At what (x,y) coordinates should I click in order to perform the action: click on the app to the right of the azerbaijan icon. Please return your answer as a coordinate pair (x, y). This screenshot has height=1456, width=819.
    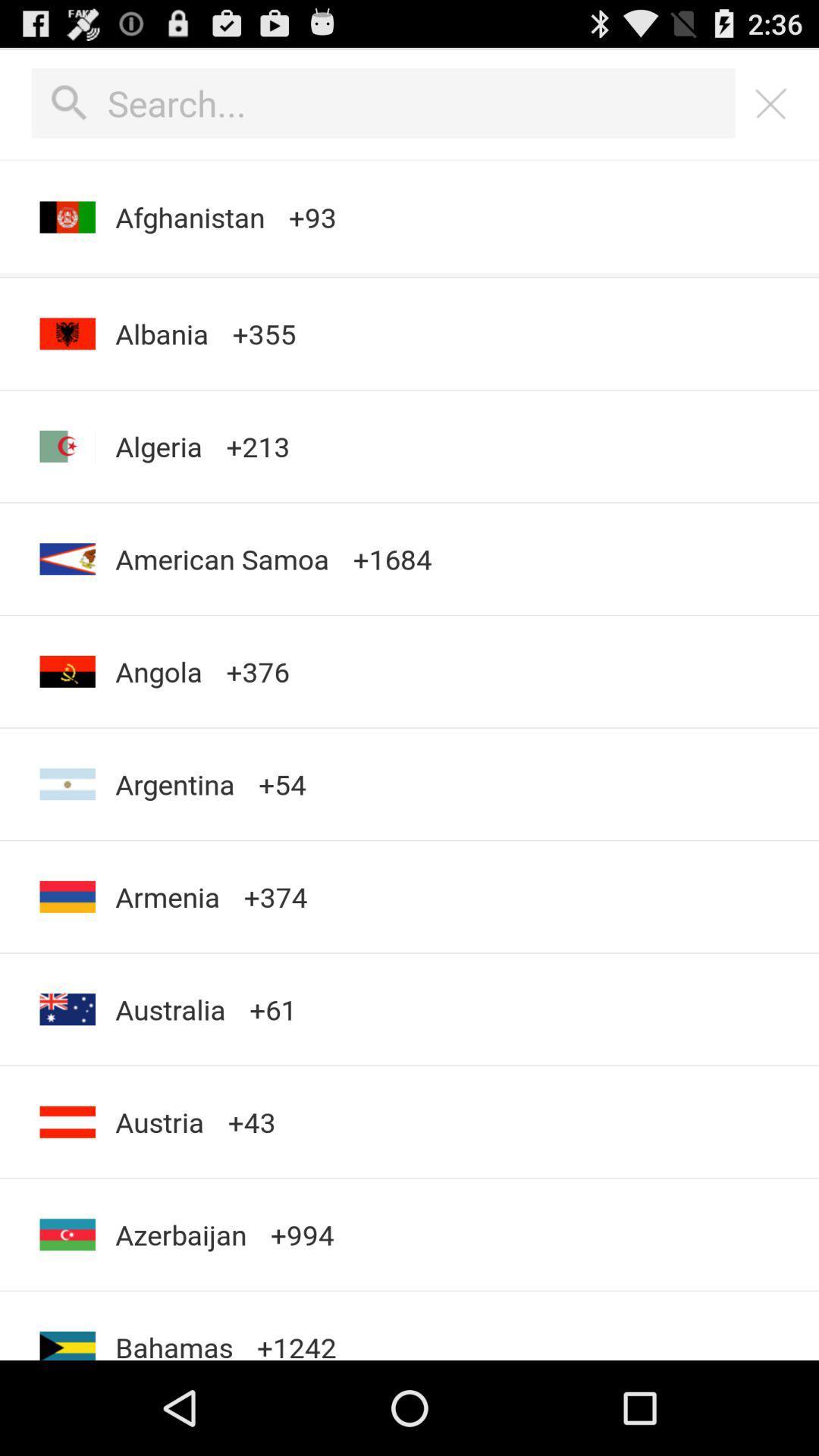
    Looking at the image, I should click on (297, 1325).